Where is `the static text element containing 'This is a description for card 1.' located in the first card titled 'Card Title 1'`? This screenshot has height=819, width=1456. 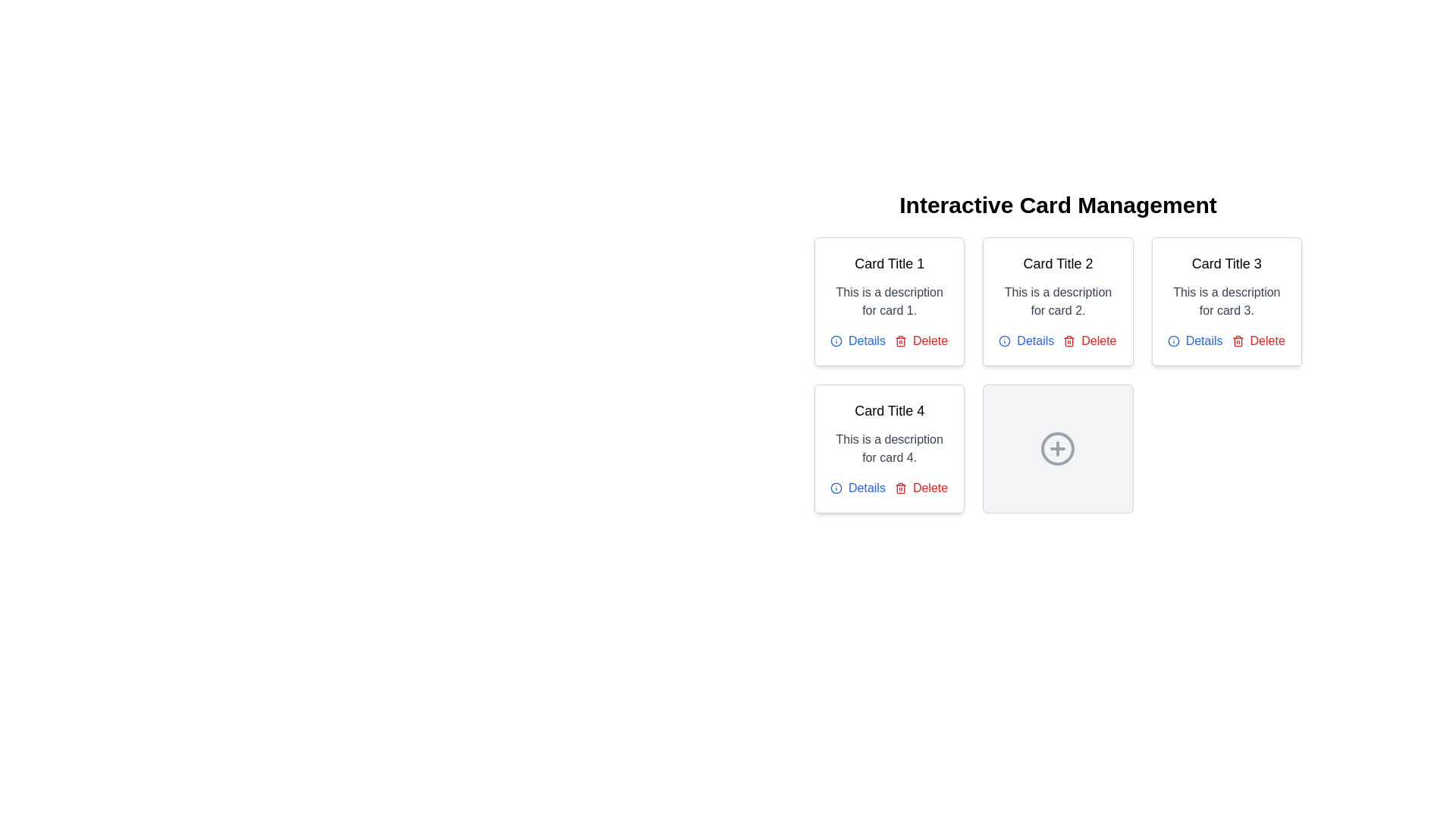
the static text element containing 'This is a description for card 1.' located in the first card titled 'Card Title 1' is located at coordinates (890, 301).